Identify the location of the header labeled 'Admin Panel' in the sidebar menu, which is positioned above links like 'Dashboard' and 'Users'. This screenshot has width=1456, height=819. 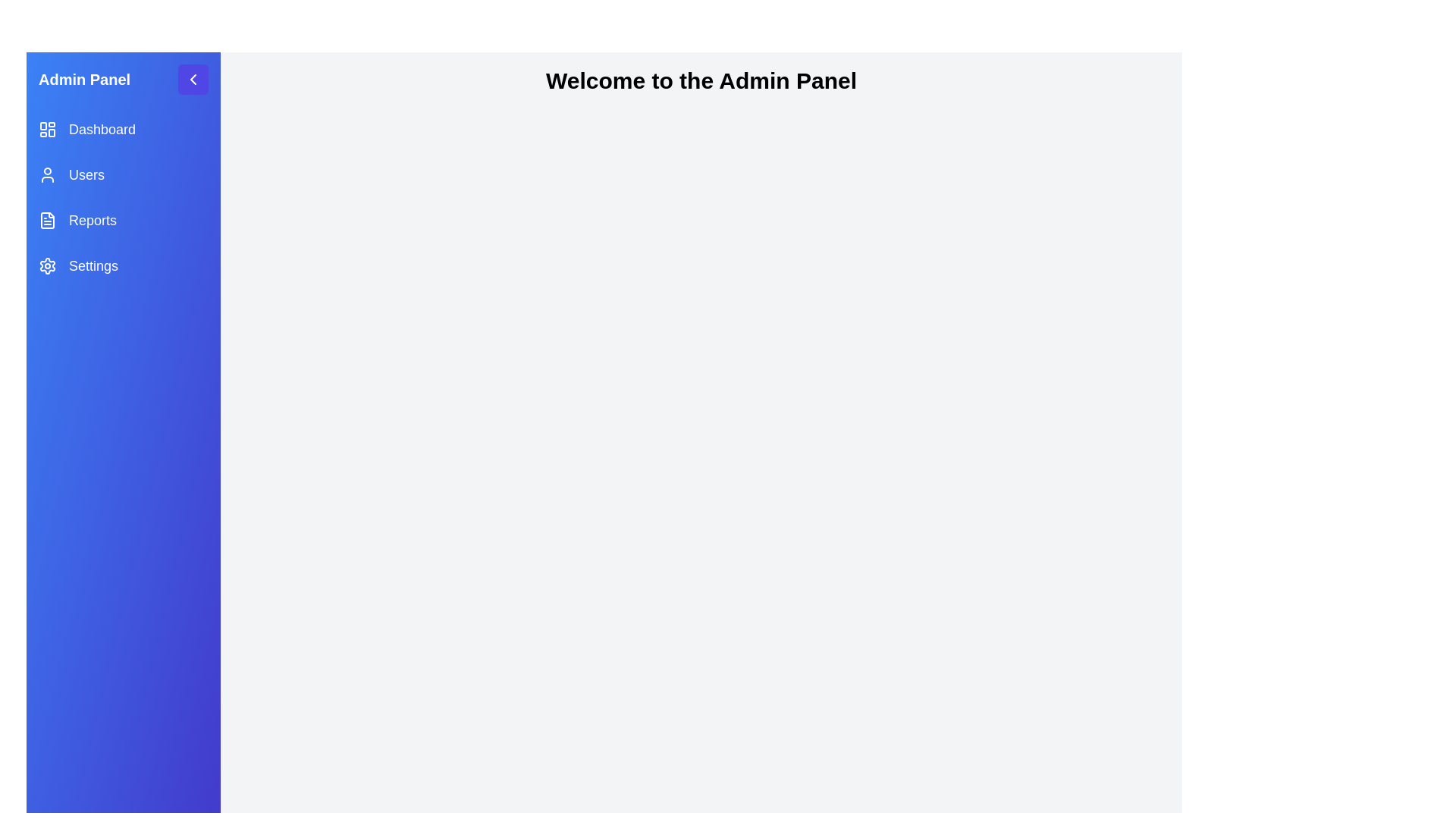
(124, 79).